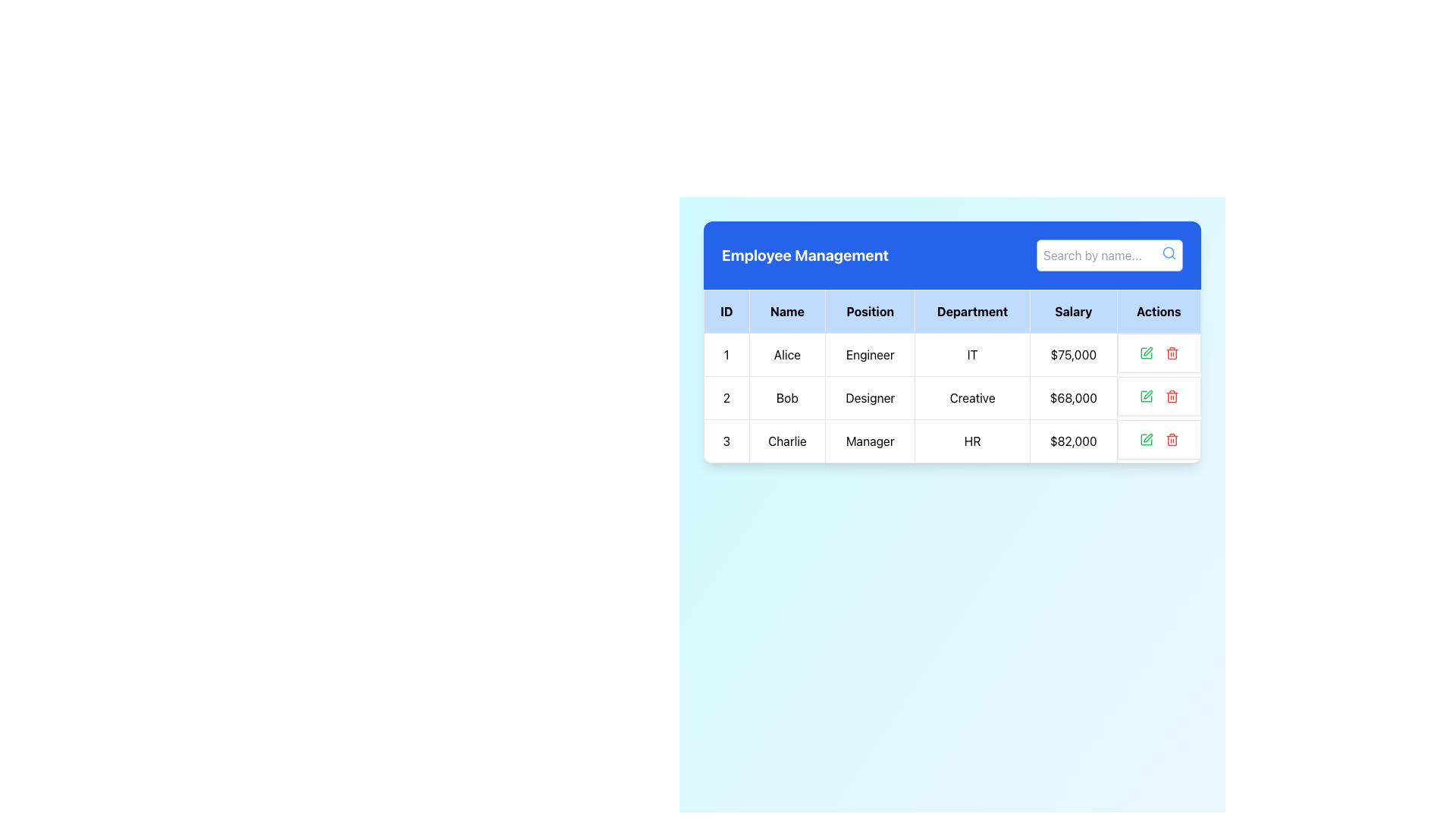 The height and width of the screenshot is (819, 1456). Describe the element at coordinates (1168, 253) in the screenshot. I see `the magnifying glass icon, which is styled with a light blue stroke and located in the top-right corner of the interface, adjacent to the search input box` at that location.